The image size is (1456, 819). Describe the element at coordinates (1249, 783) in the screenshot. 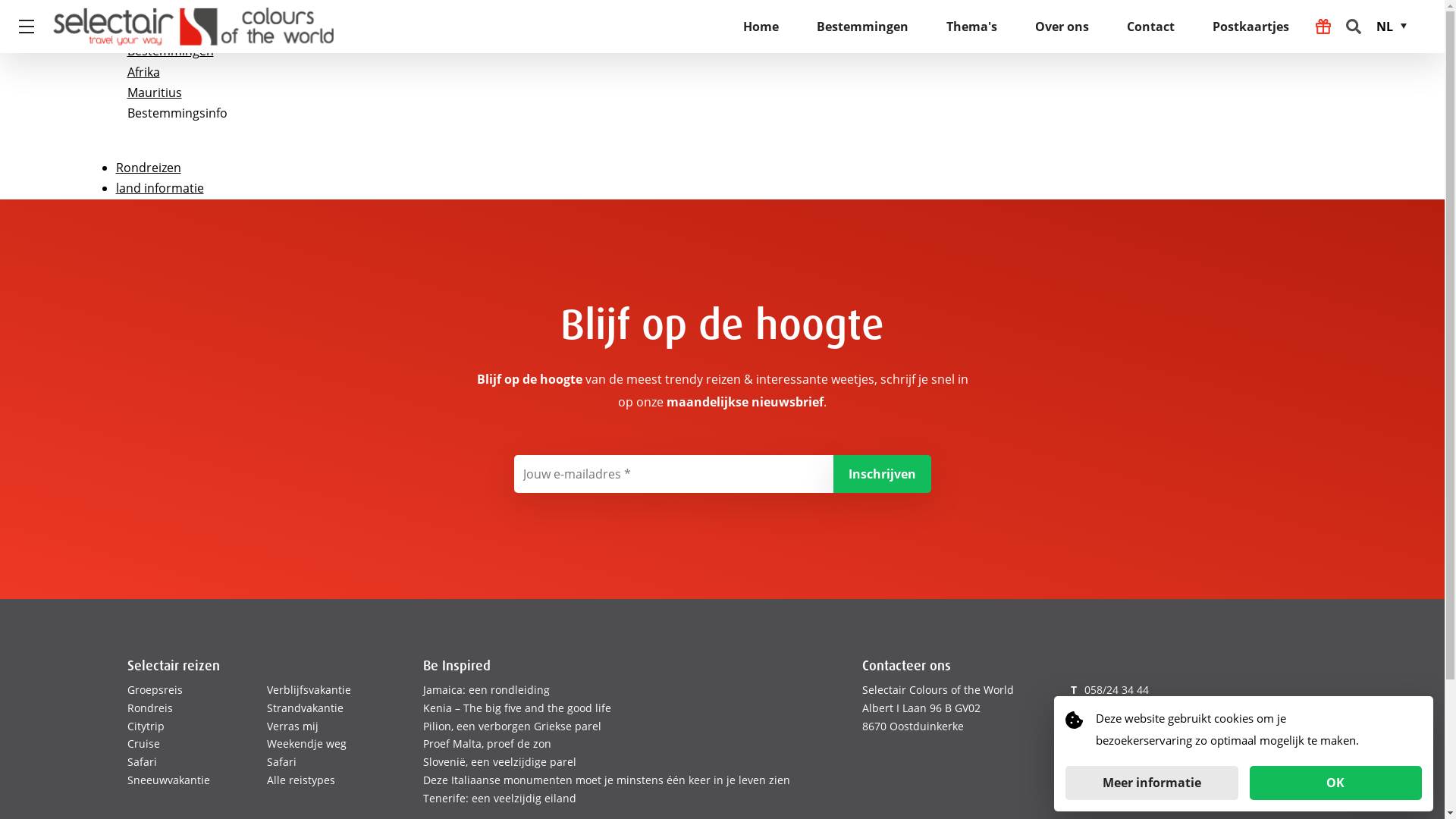

I see `'OK'` at that location.